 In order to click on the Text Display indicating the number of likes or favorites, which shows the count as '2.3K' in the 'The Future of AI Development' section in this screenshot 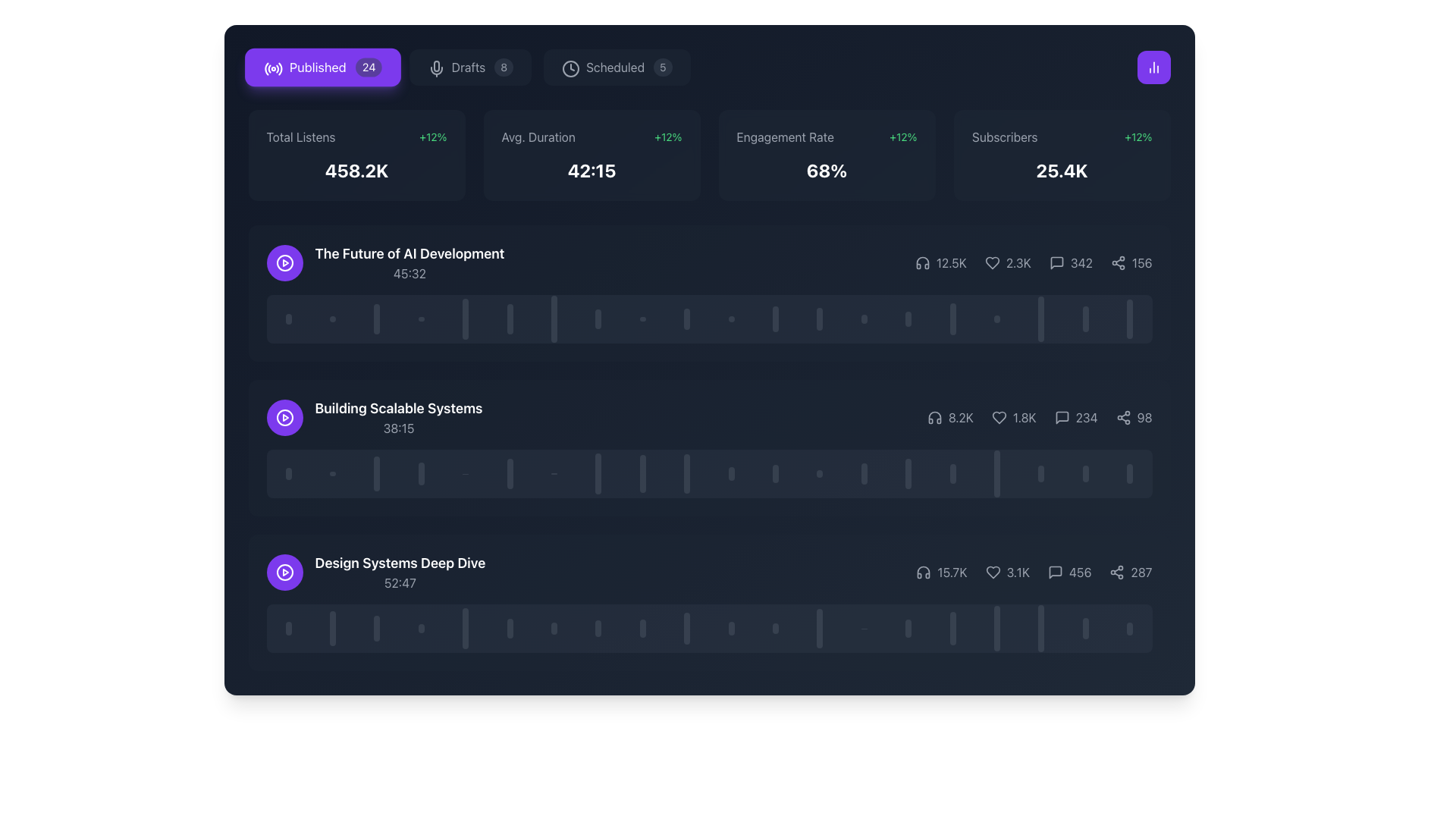, I will do `click(1018, 262)`.